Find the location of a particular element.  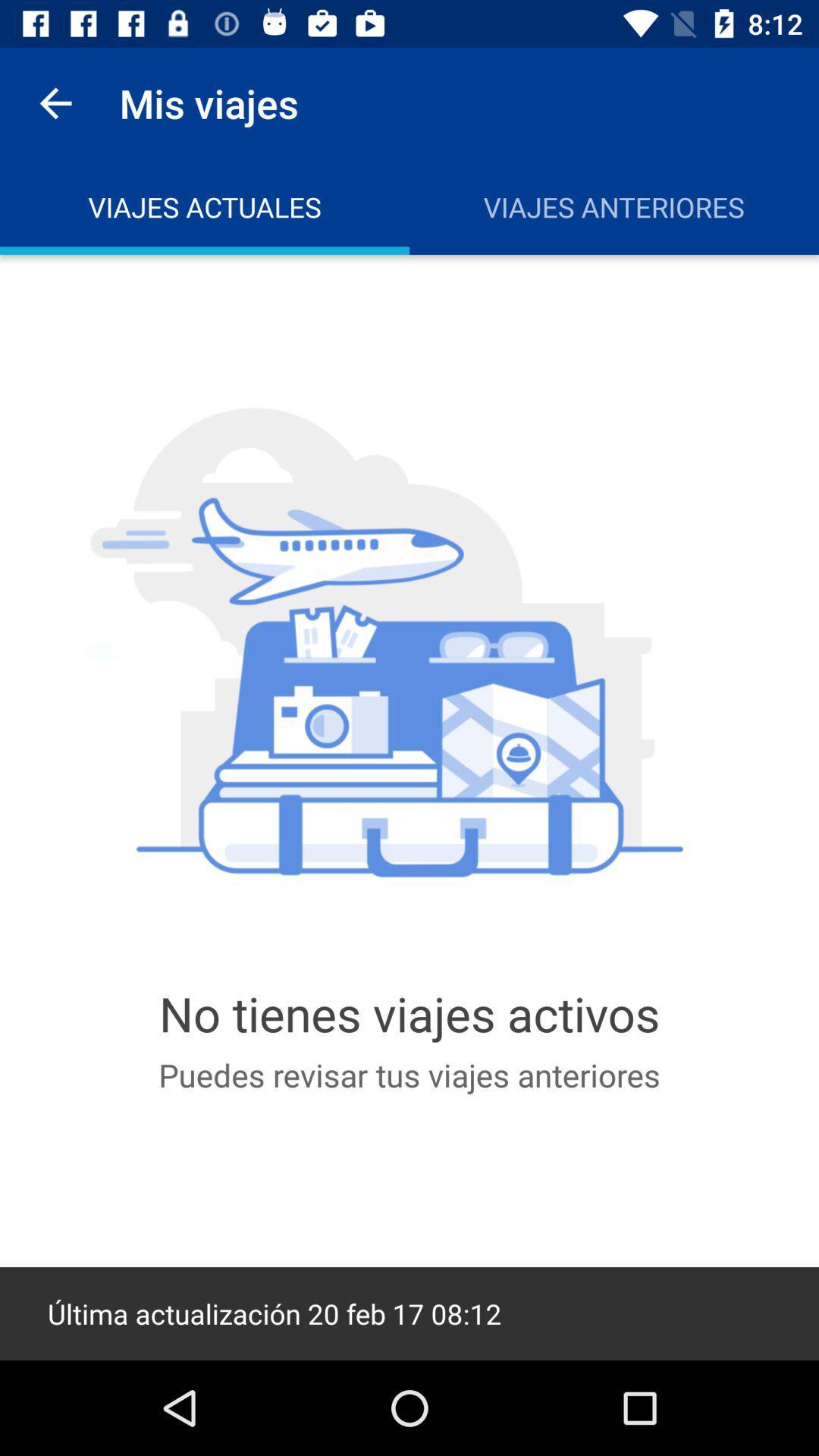

the icon to the left of mis viajes icon is located at coordinates (55, 102).